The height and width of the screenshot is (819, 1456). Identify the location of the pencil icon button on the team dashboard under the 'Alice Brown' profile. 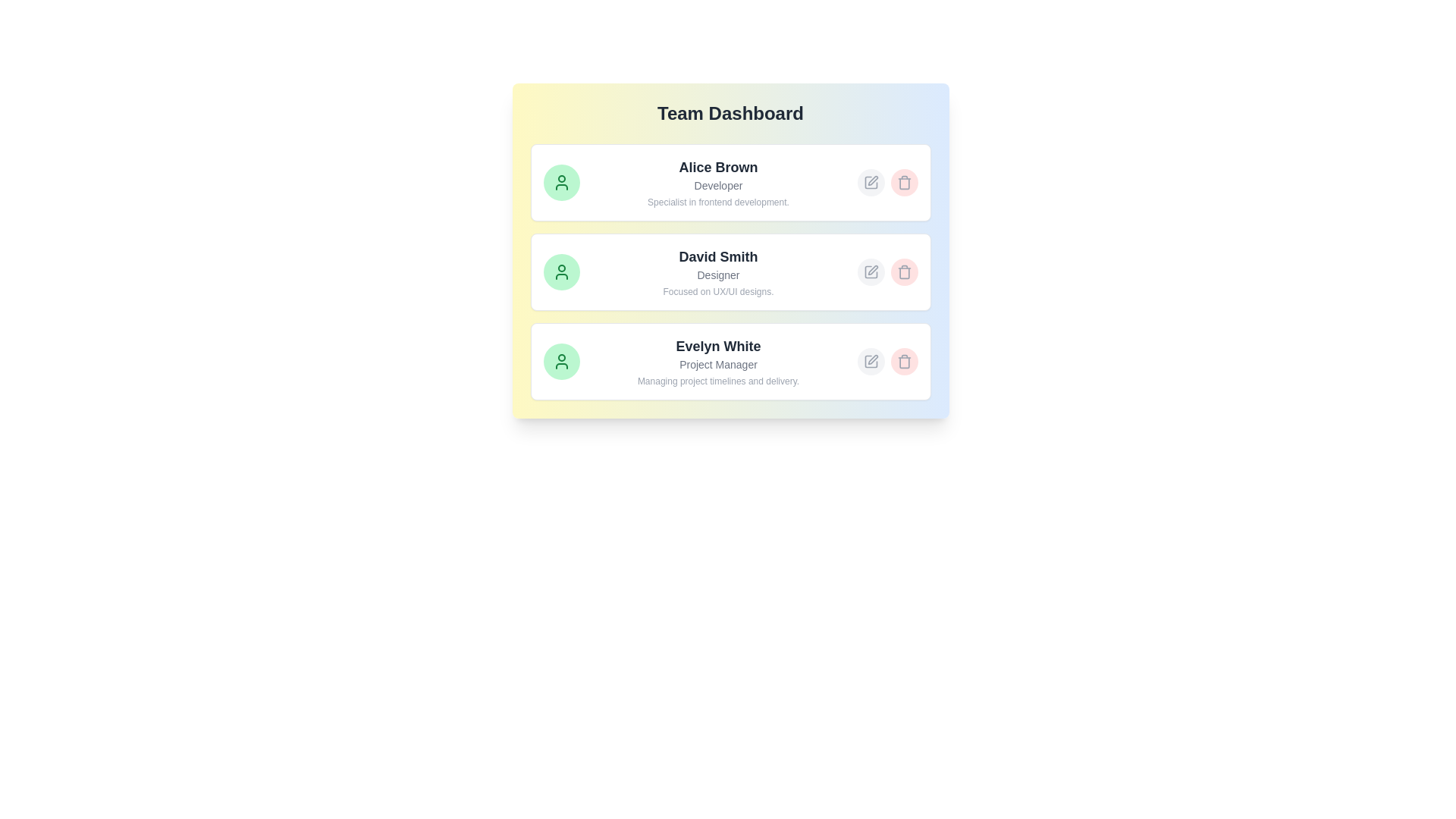
(871, 181).